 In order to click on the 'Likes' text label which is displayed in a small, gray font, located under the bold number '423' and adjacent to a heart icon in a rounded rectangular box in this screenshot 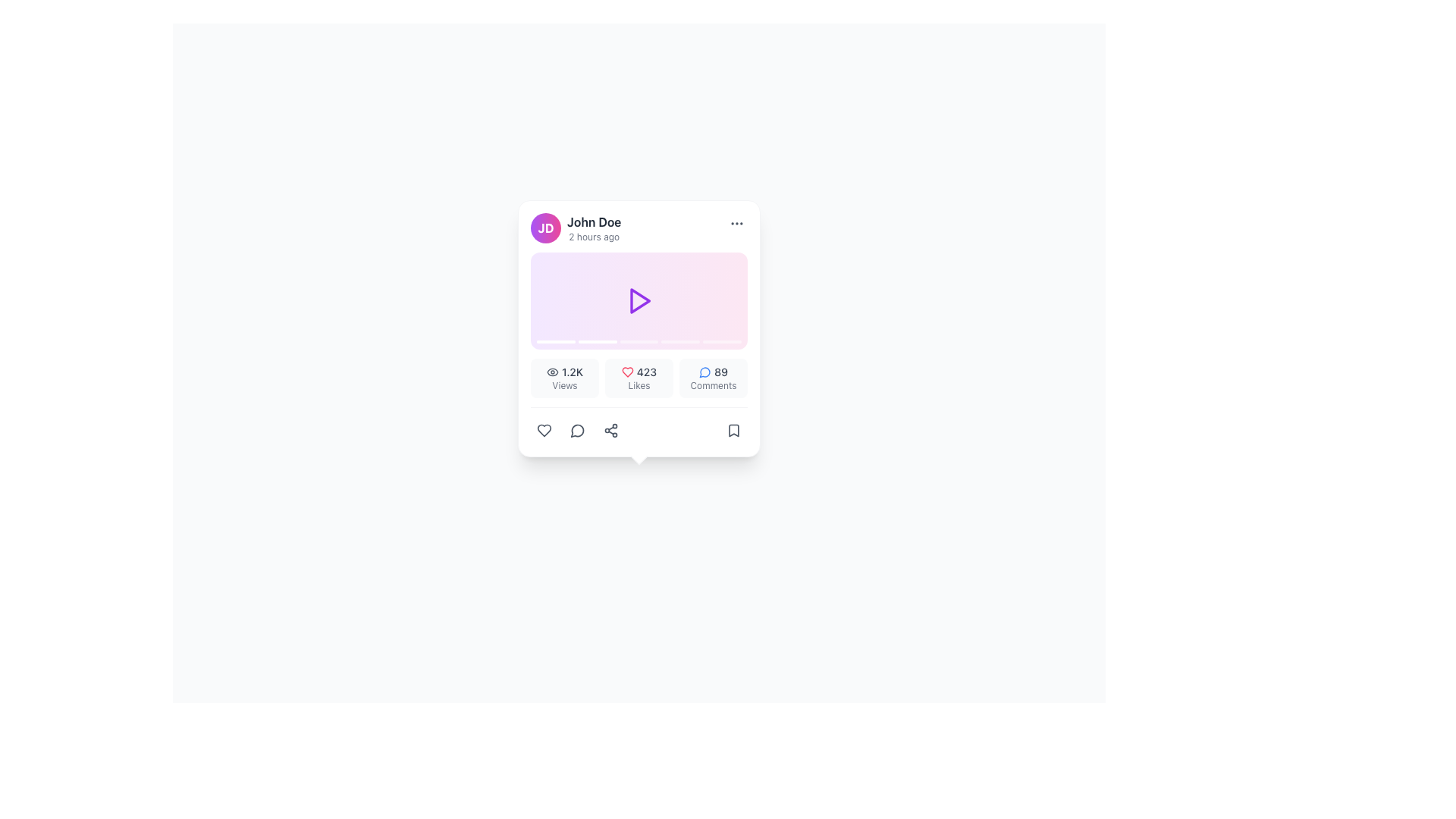, I will do `click(639, 385)`.